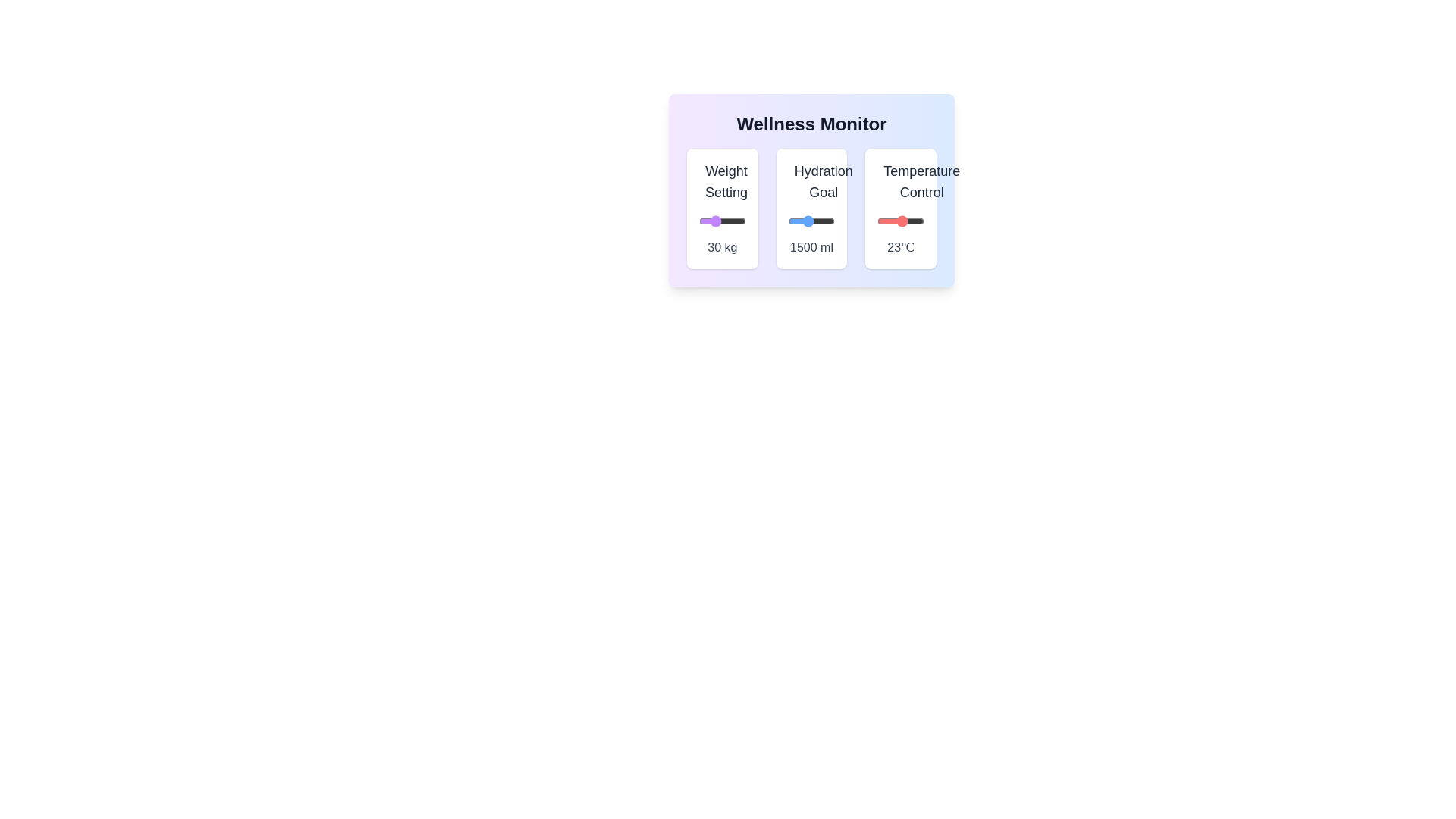 The width and height of the screenshot is (1456, 819). I want to click on the temperature, so click(897, 221).